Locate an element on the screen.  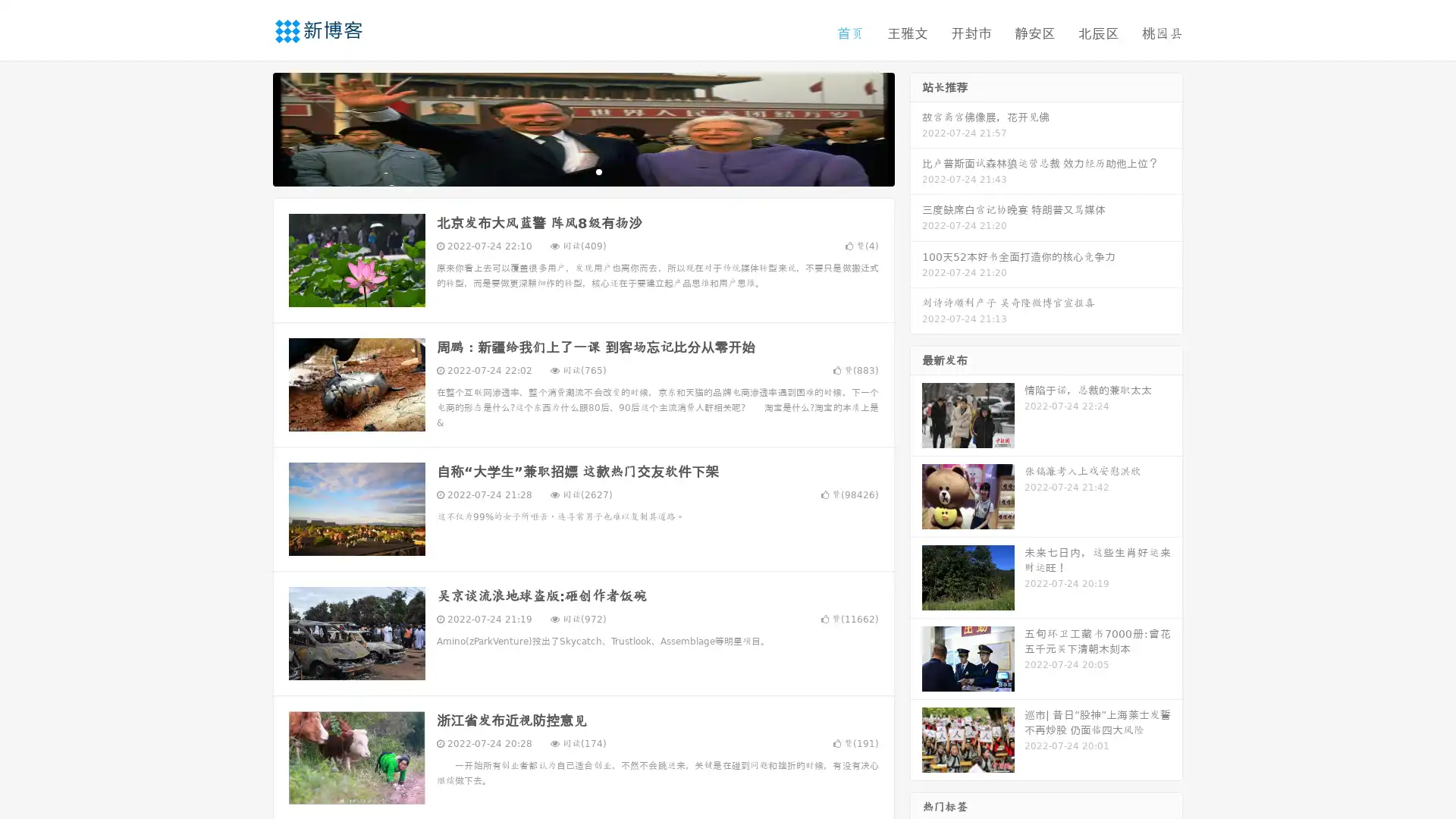
Next slide is located at coordinates (916, 127).